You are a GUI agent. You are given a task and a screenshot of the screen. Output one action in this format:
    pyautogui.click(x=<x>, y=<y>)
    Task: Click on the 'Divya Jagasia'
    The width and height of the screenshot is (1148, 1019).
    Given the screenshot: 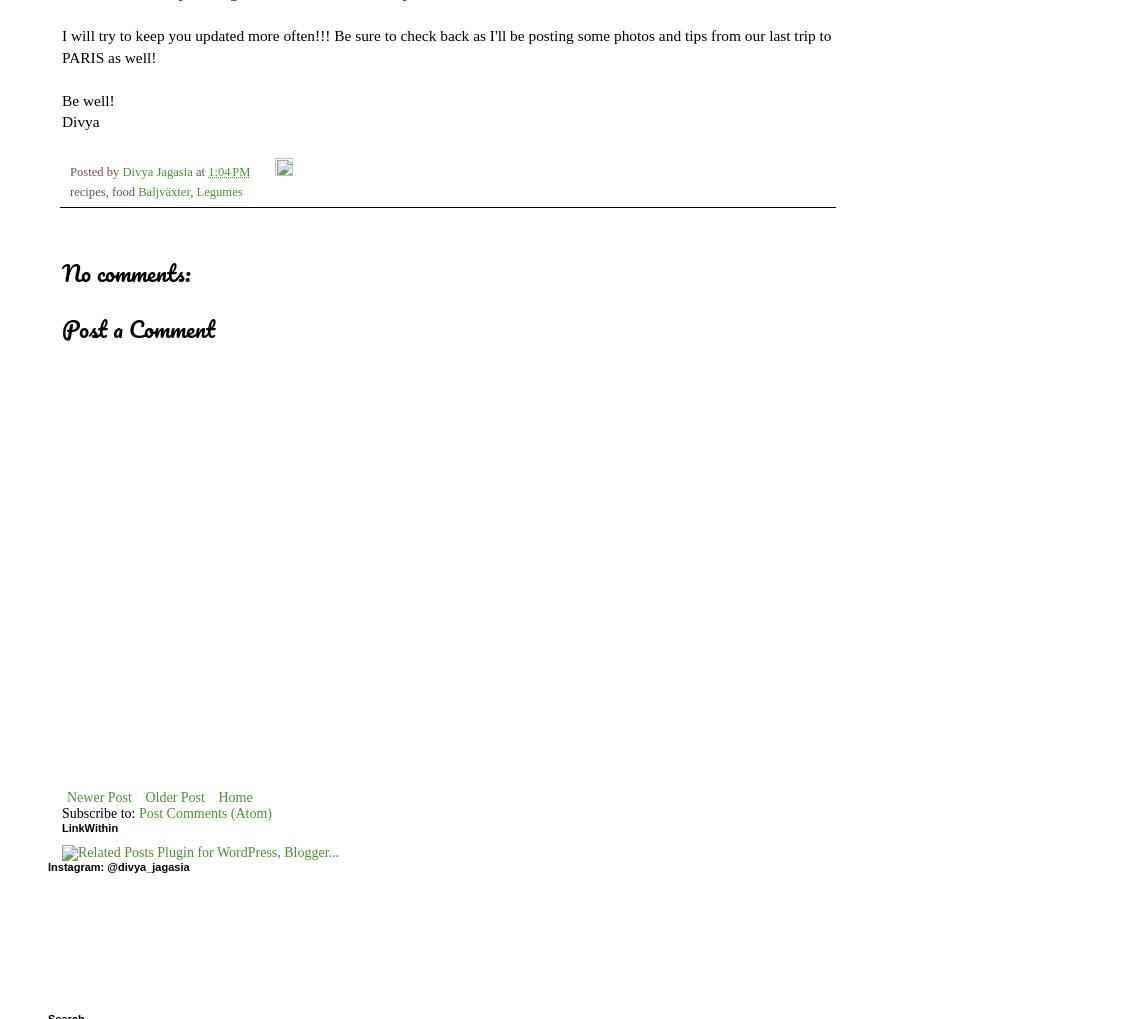 What is the action you would take?
    pyautogui.click(x=156, y=170)
    